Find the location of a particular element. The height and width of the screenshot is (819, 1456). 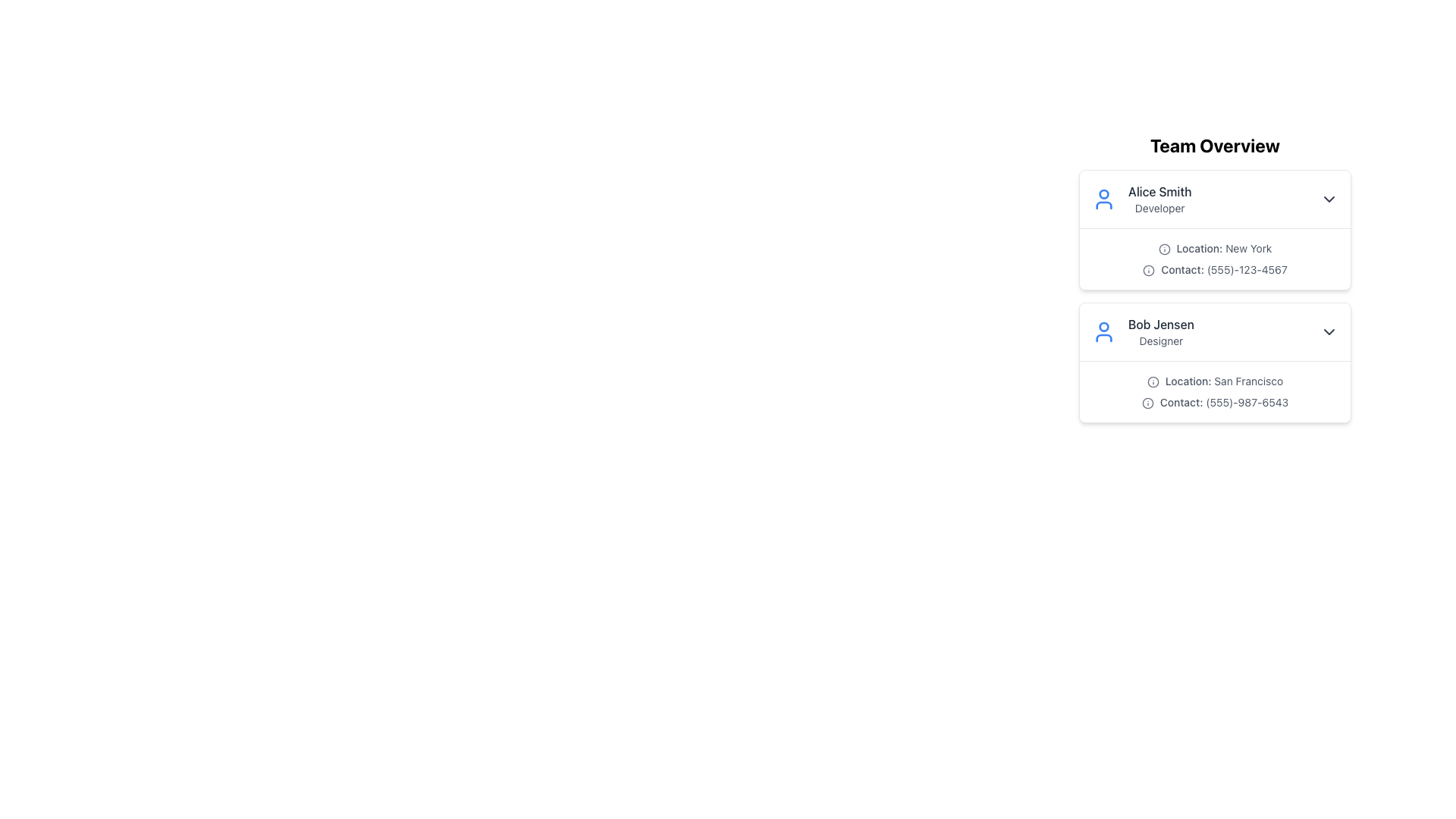

the Profile Display element representing 'Bob Jensen', which includes a blue user icon and the name 'Bob Jensen' above the role 'Designer' is located at coordinates (1143, 331).